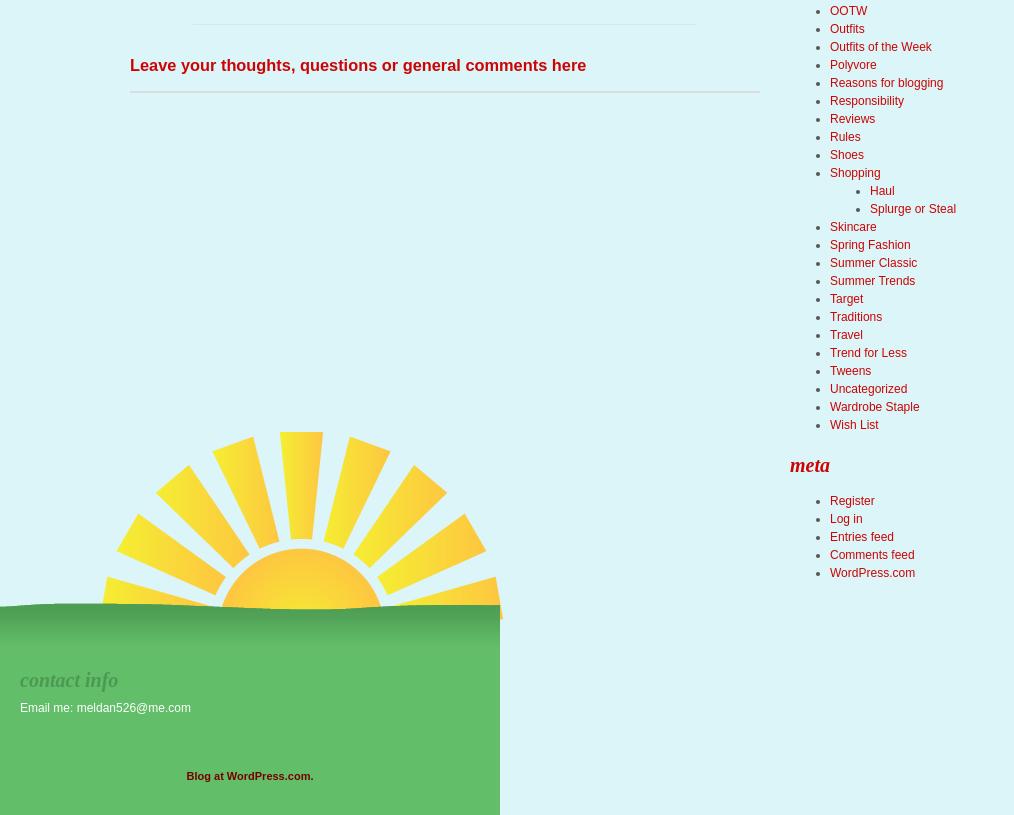 This screenshot has width=1014, height=815. What do you see at coordinates (854, 173) in the screenshot?
I see `'Shopping'` at bounding box center [854, 173].